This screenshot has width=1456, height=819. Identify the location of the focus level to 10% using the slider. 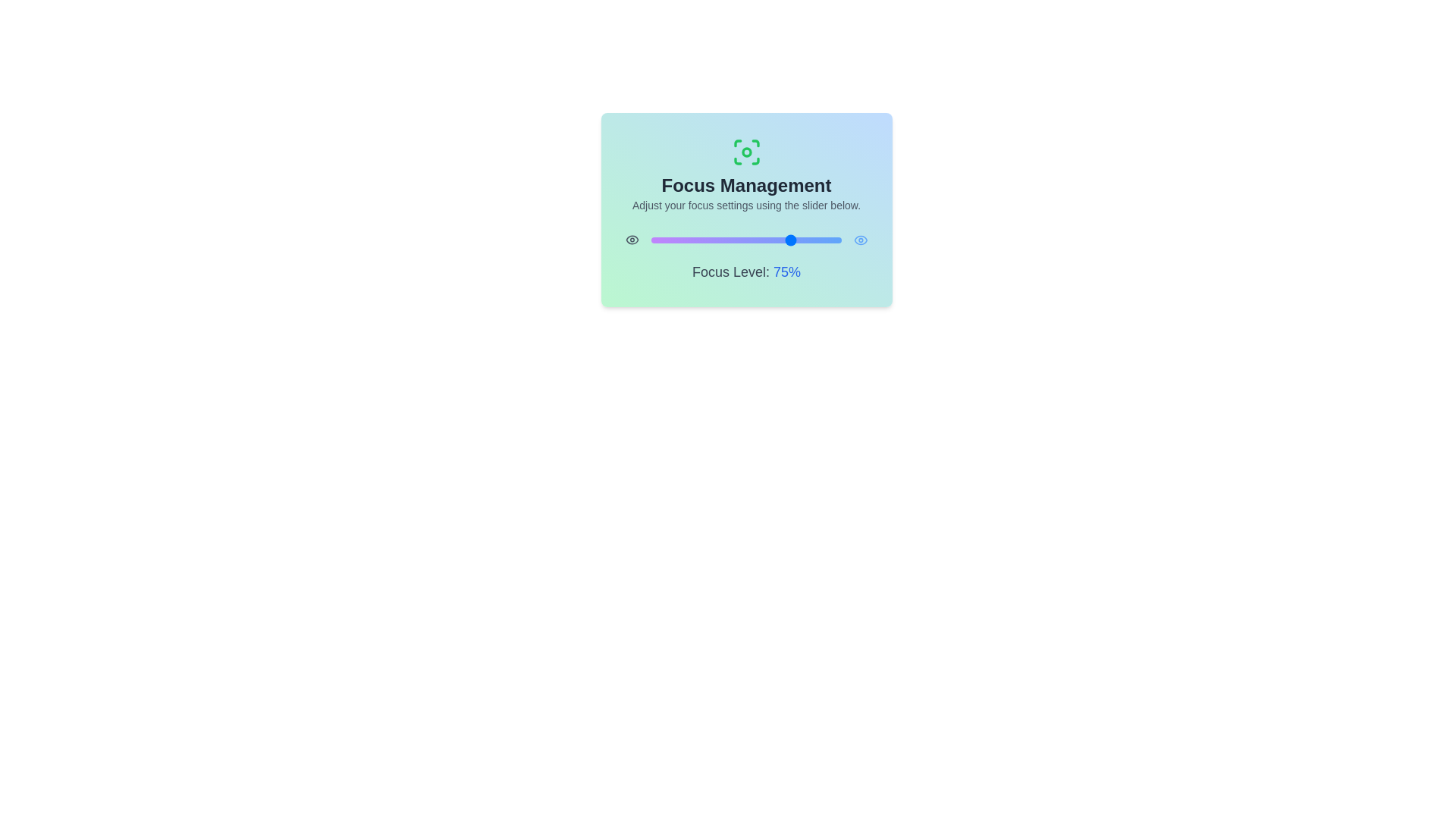
(670, 239).